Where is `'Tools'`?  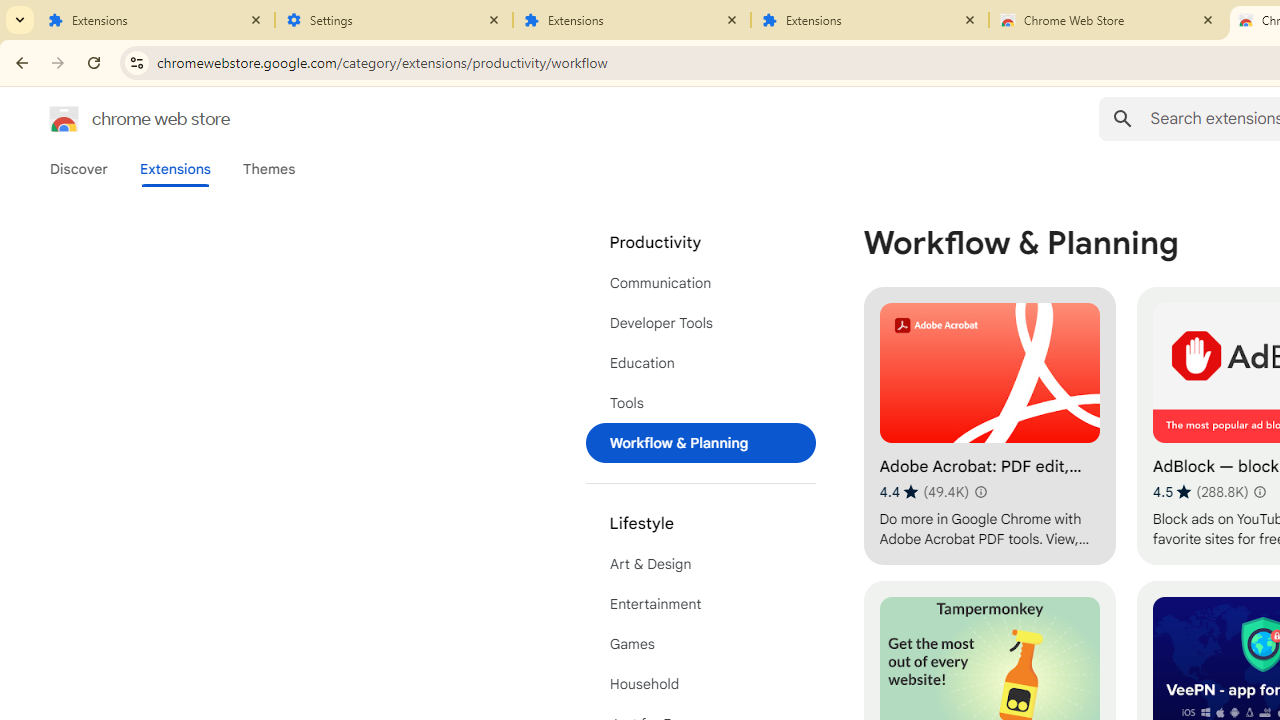
'Tools' is located at coordinates (700, 403).